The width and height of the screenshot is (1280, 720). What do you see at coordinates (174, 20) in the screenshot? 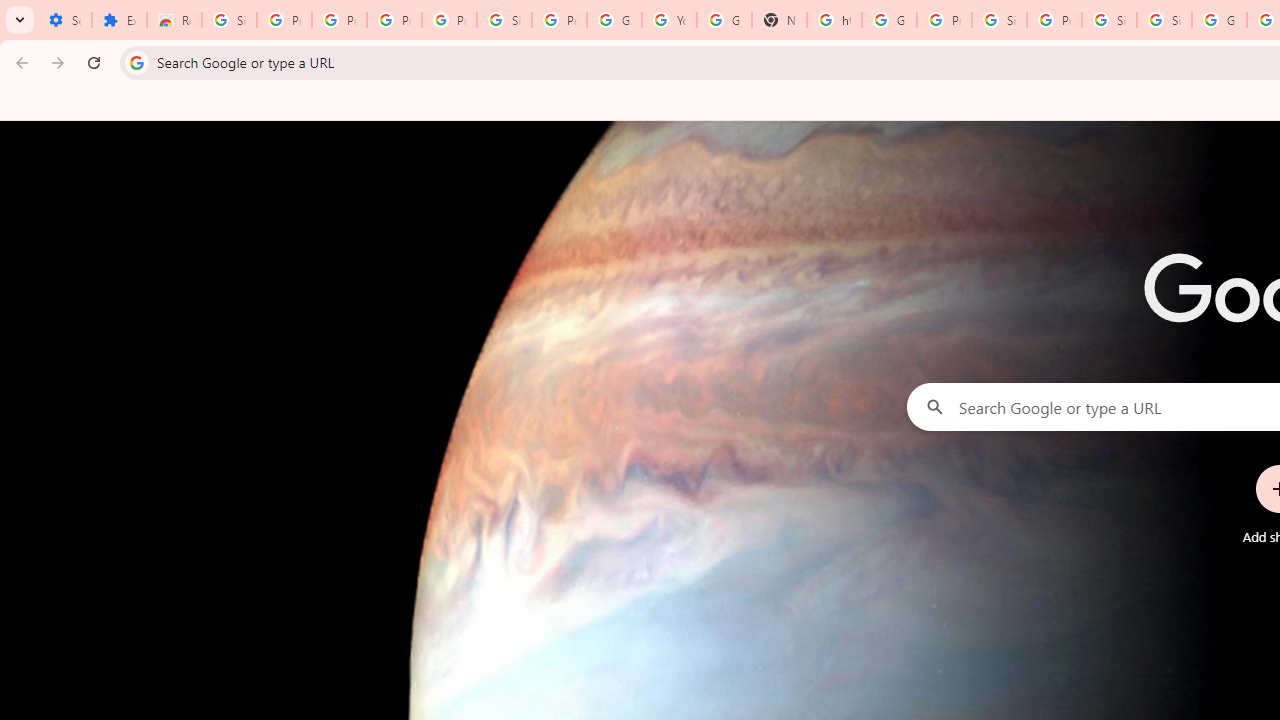
I see `'Reviews: Helix Fruit Jump Arcade Game'` at bounding box center [174, 20].